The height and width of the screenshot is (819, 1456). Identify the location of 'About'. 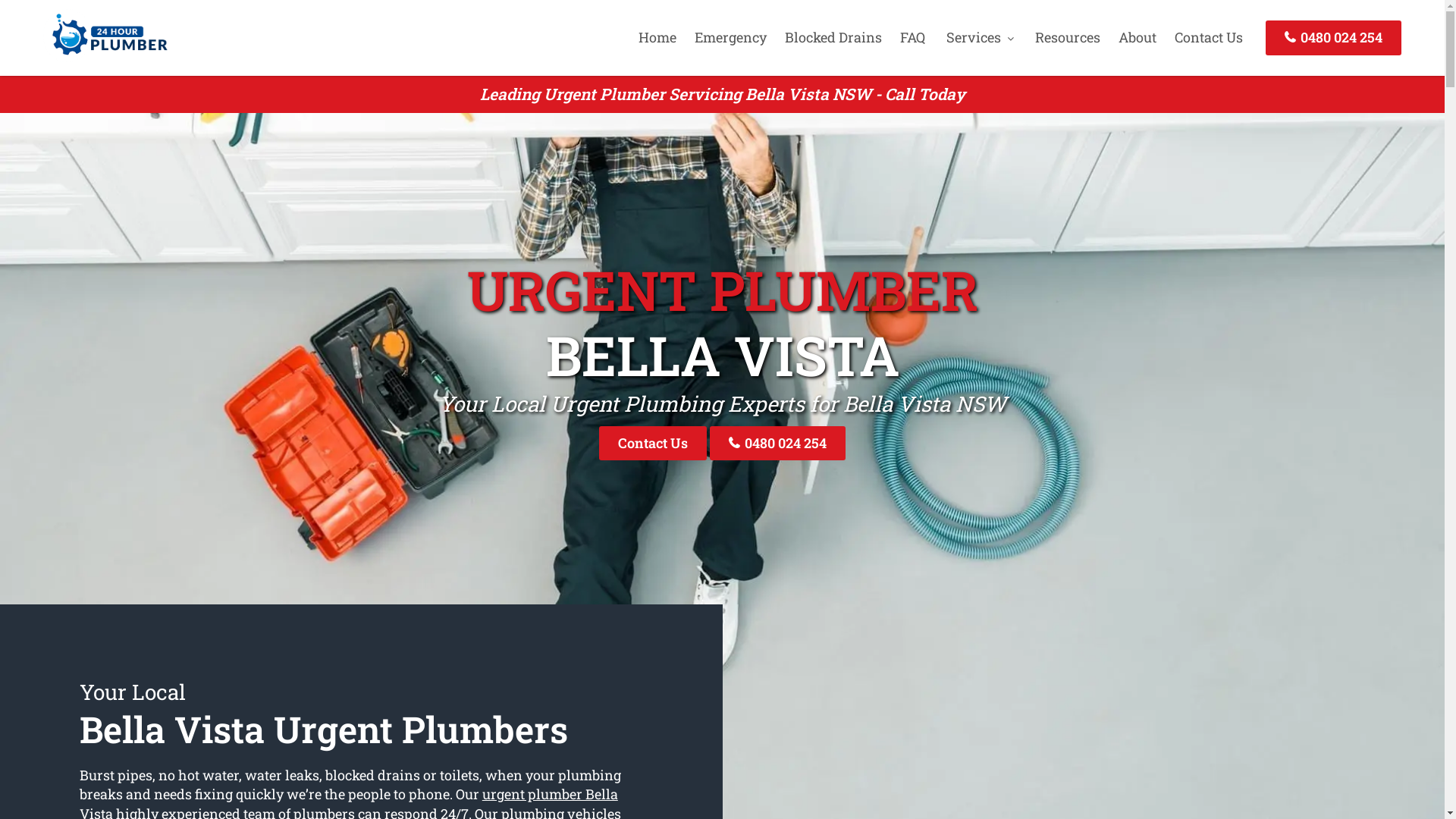
(1110, 36).